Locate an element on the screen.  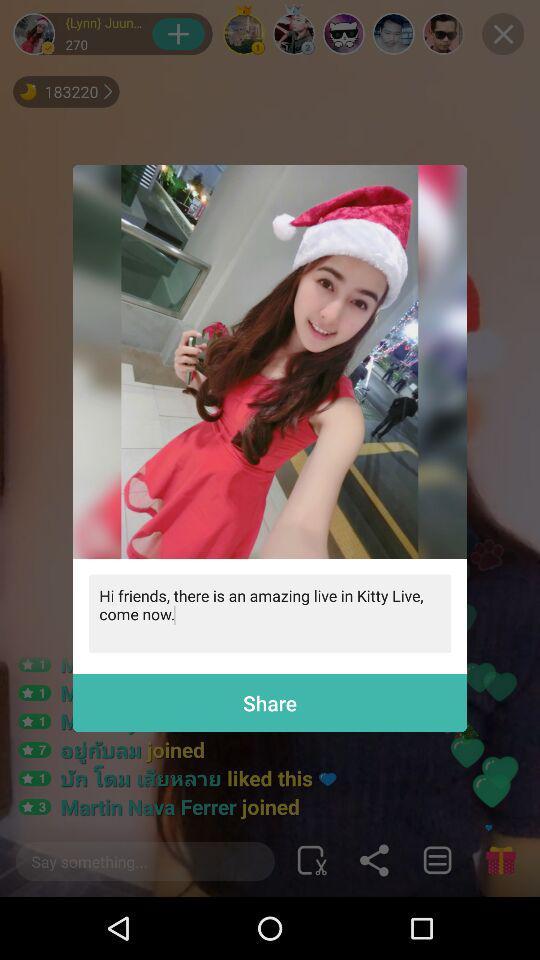
this live video is located at coordinates (270, 360).